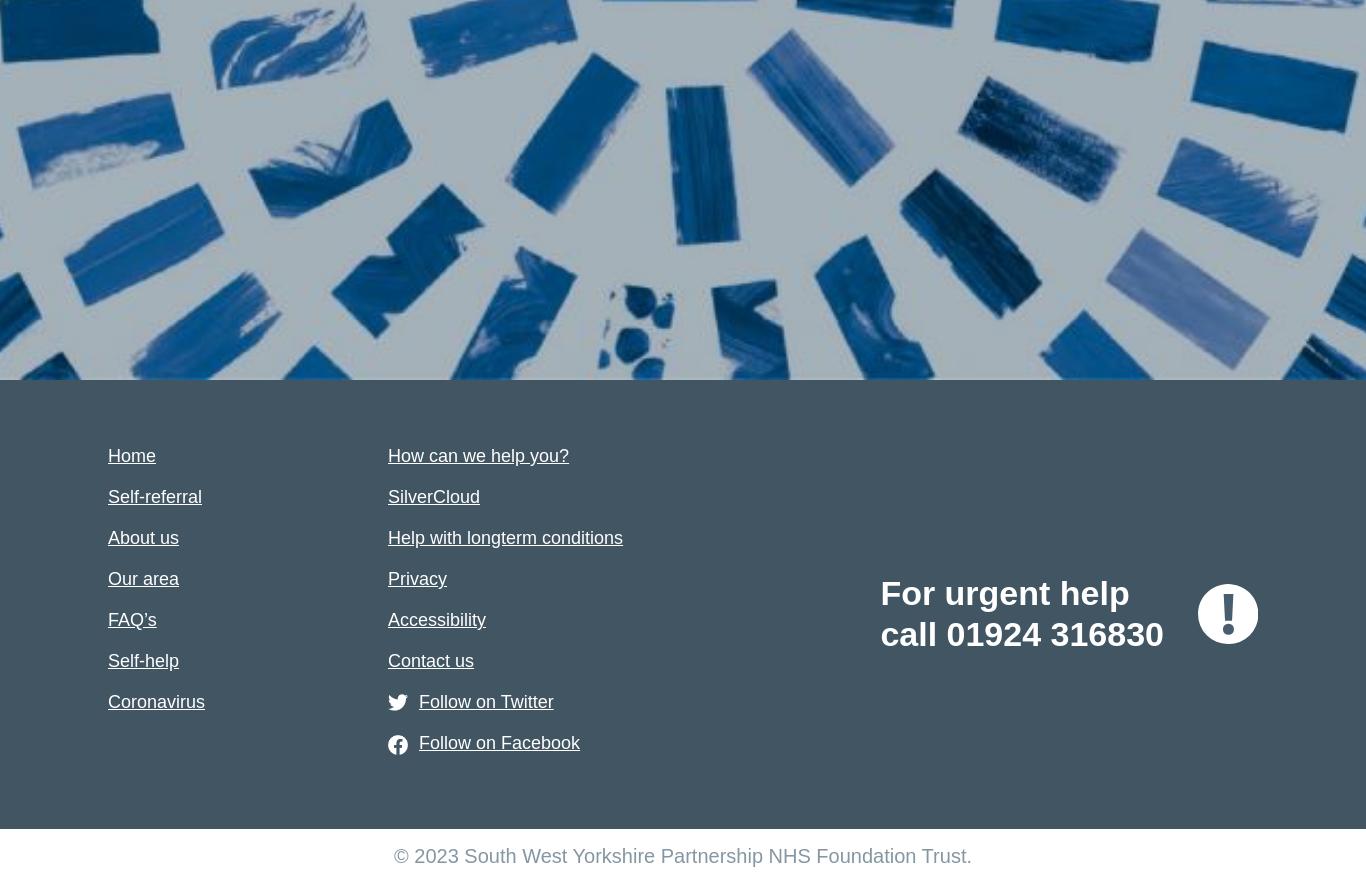 The image size is (1366, 883). I want to click on 'call 01924 316830', so click(1022, 633).